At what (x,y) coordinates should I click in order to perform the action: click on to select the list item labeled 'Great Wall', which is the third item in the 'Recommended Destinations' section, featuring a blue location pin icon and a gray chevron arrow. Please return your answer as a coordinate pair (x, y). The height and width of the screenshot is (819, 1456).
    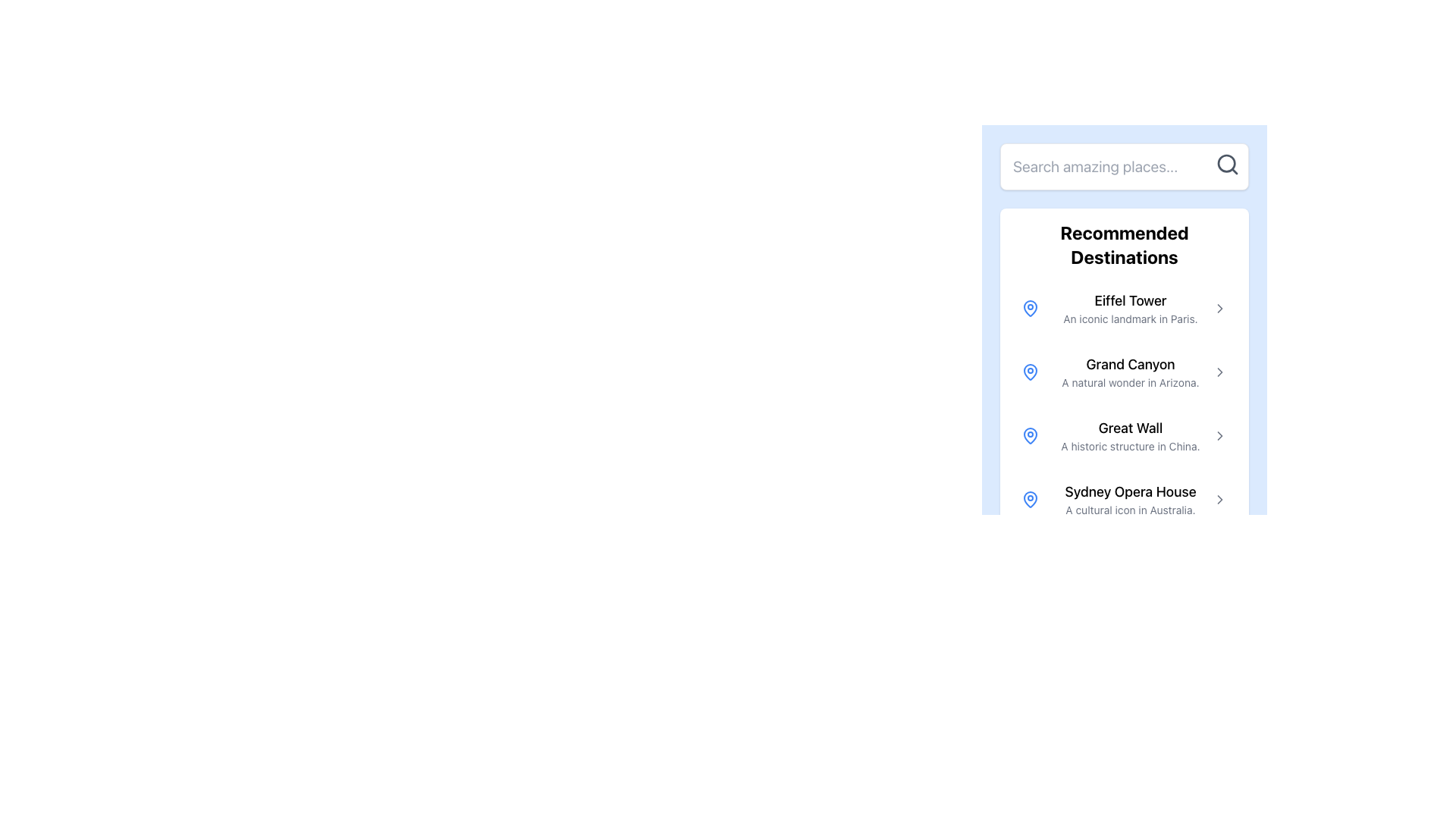
    Looking at the image, I should click on (1125, 435).